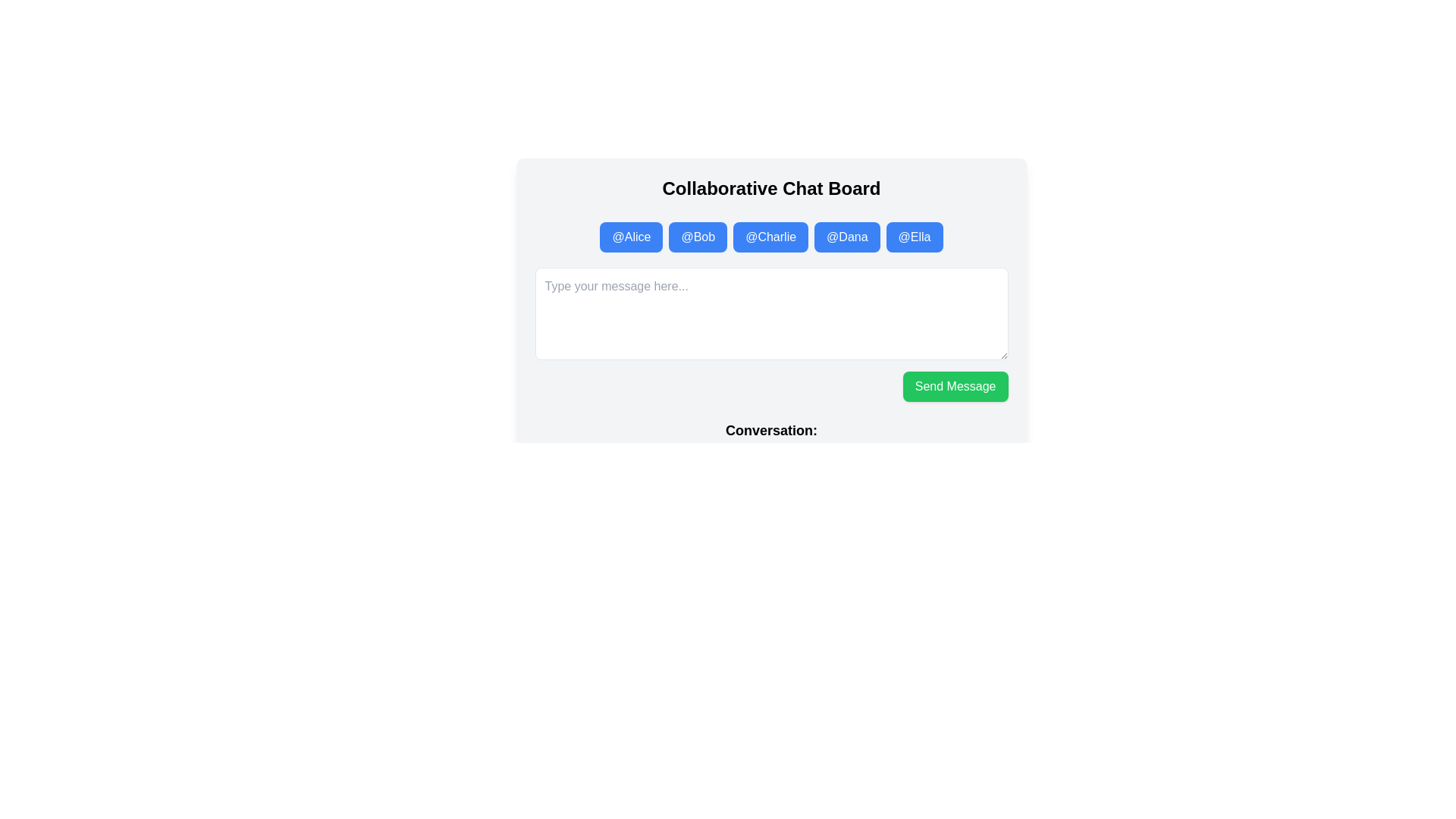  What do you see at coordinates (914, 237) in the screenshot?
I see `the '@Ella' button in the collaborative chat application` at bounding box center [914, 237].